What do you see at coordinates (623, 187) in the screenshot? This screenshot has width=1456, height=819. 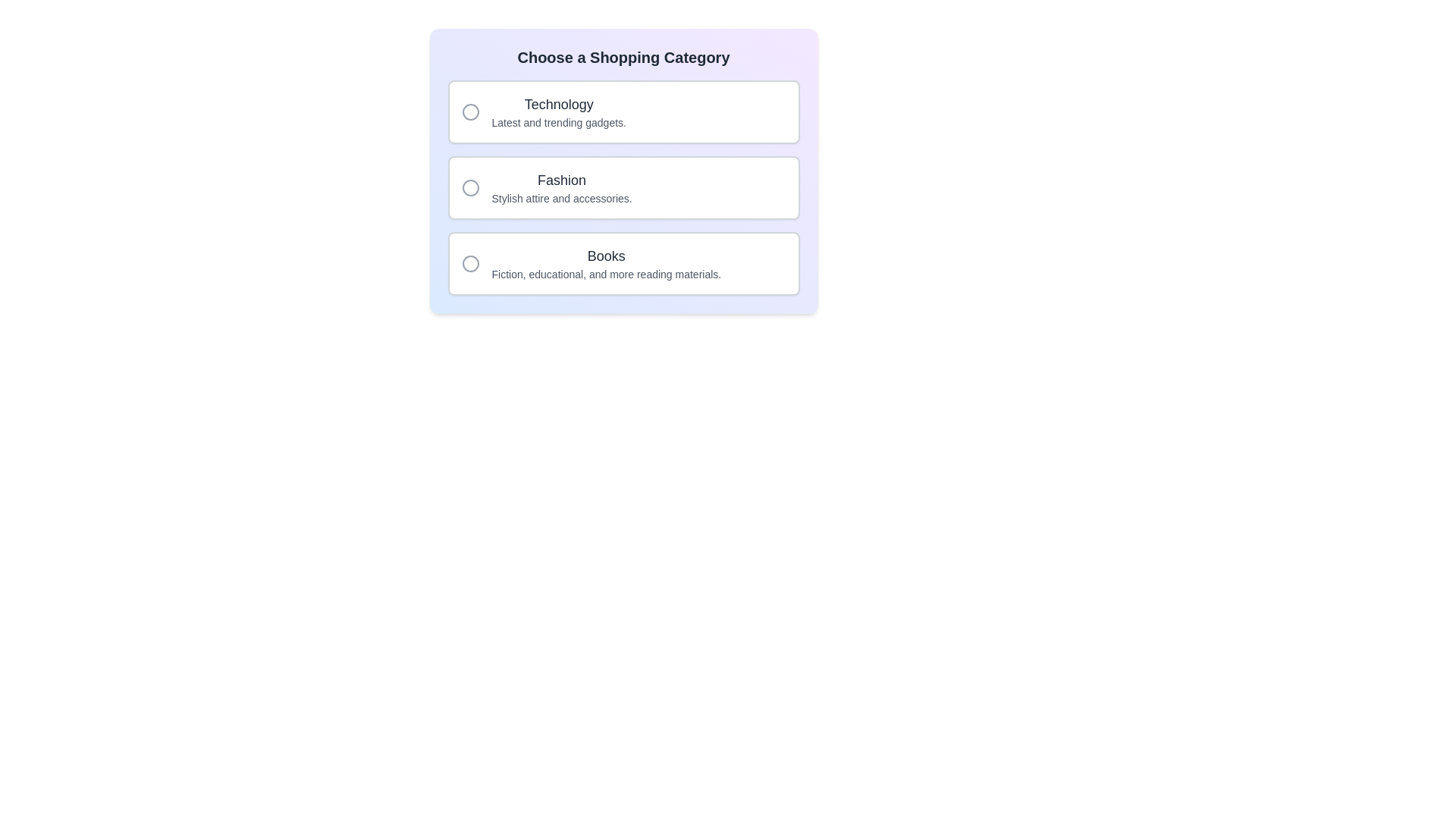 I see `the second selectable option card for 'Fashion' in the categorized options displayed beneath the header 'Choose a Shopping Category'` at bounding box center [623, 187].